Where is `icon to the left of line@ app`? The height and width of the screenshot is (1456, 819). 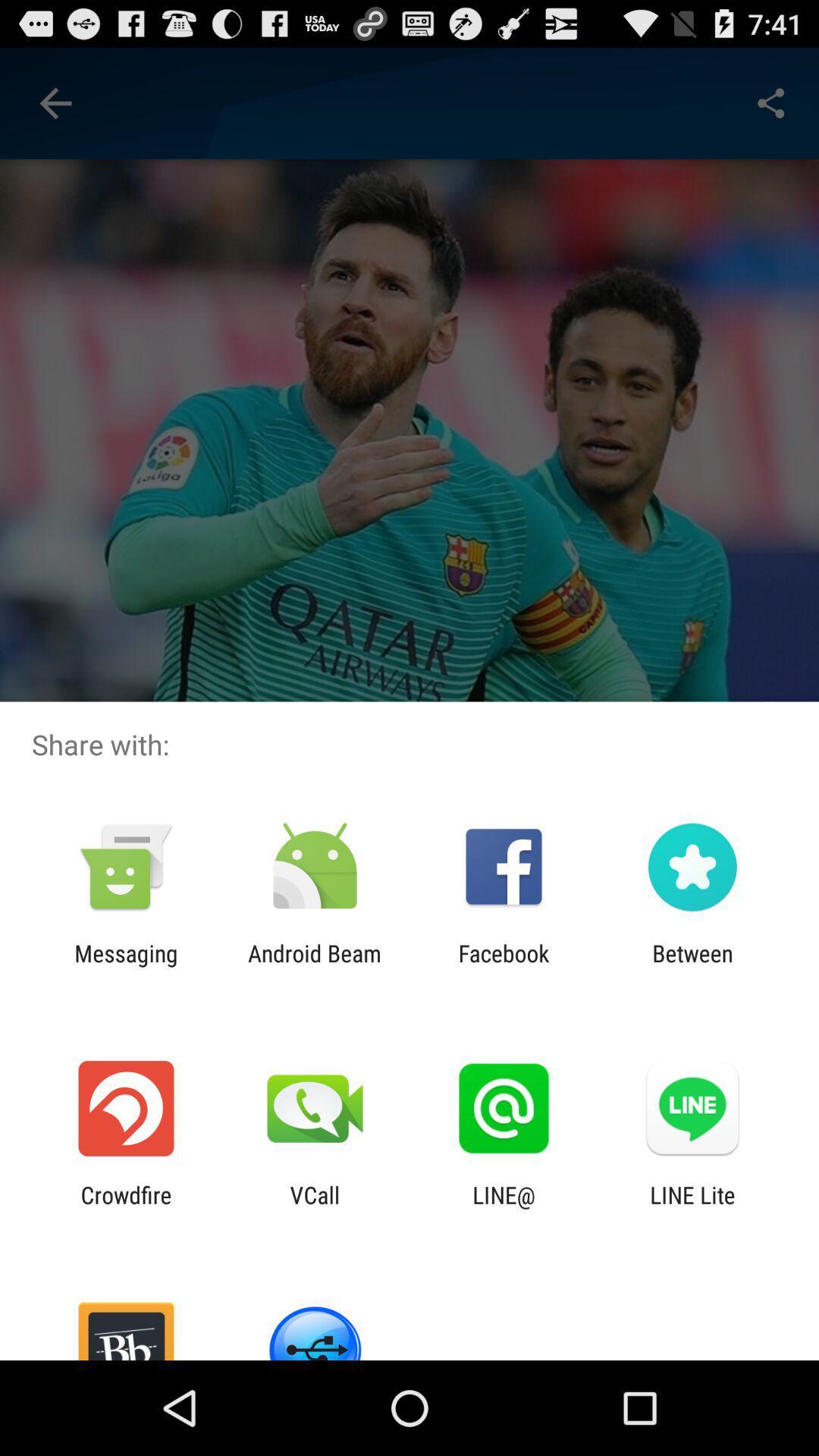
icon to the left of line@ app is located at coordinates (314, 1207).